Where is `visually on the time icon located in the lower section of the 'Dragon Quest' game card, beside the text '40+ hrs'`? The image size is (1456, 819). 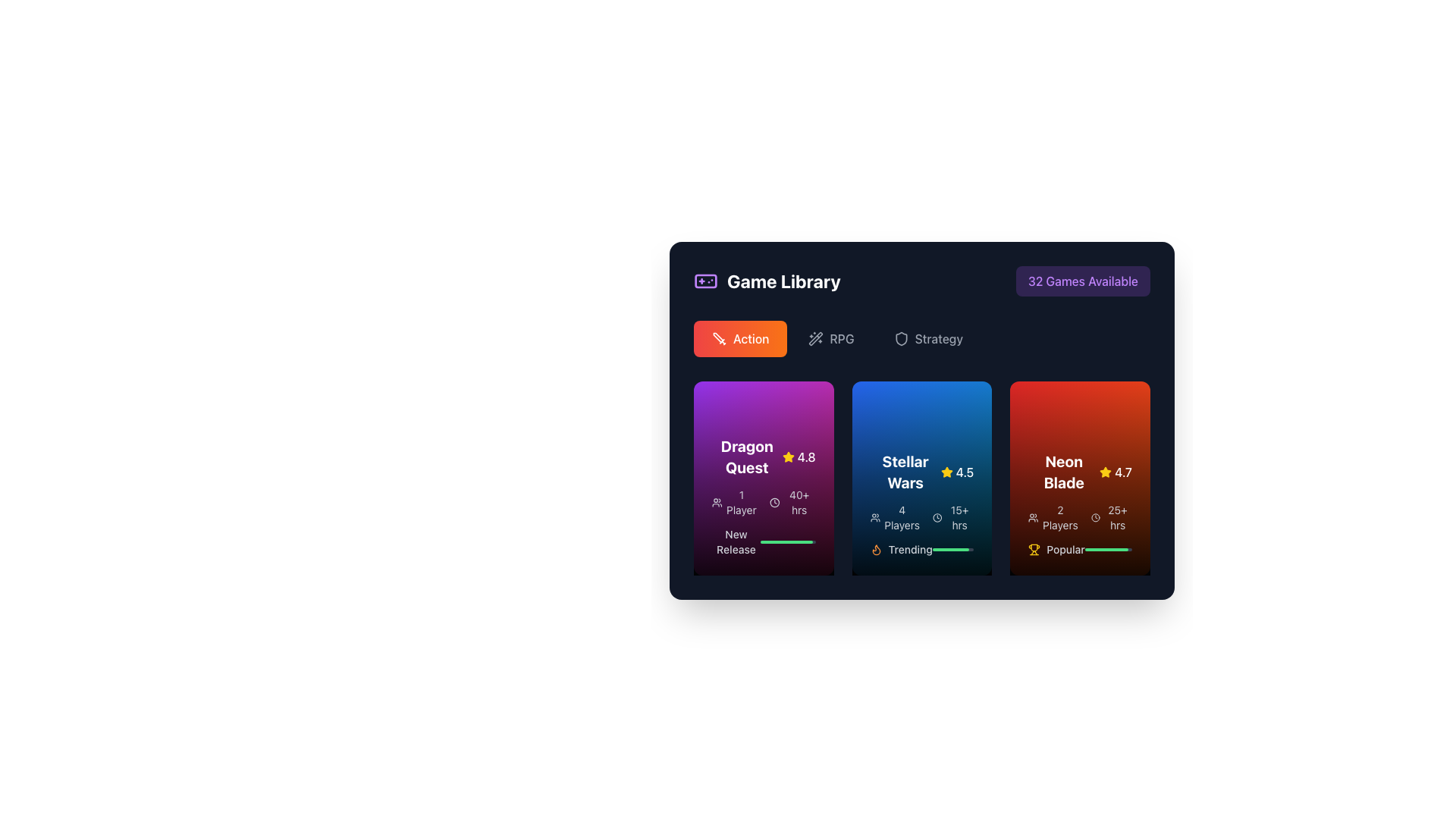 visually on the time icon located in the lower section of the 'Dragon Quest' game card, beside the text '40+ hrs' is located at coordinates (775, 503).